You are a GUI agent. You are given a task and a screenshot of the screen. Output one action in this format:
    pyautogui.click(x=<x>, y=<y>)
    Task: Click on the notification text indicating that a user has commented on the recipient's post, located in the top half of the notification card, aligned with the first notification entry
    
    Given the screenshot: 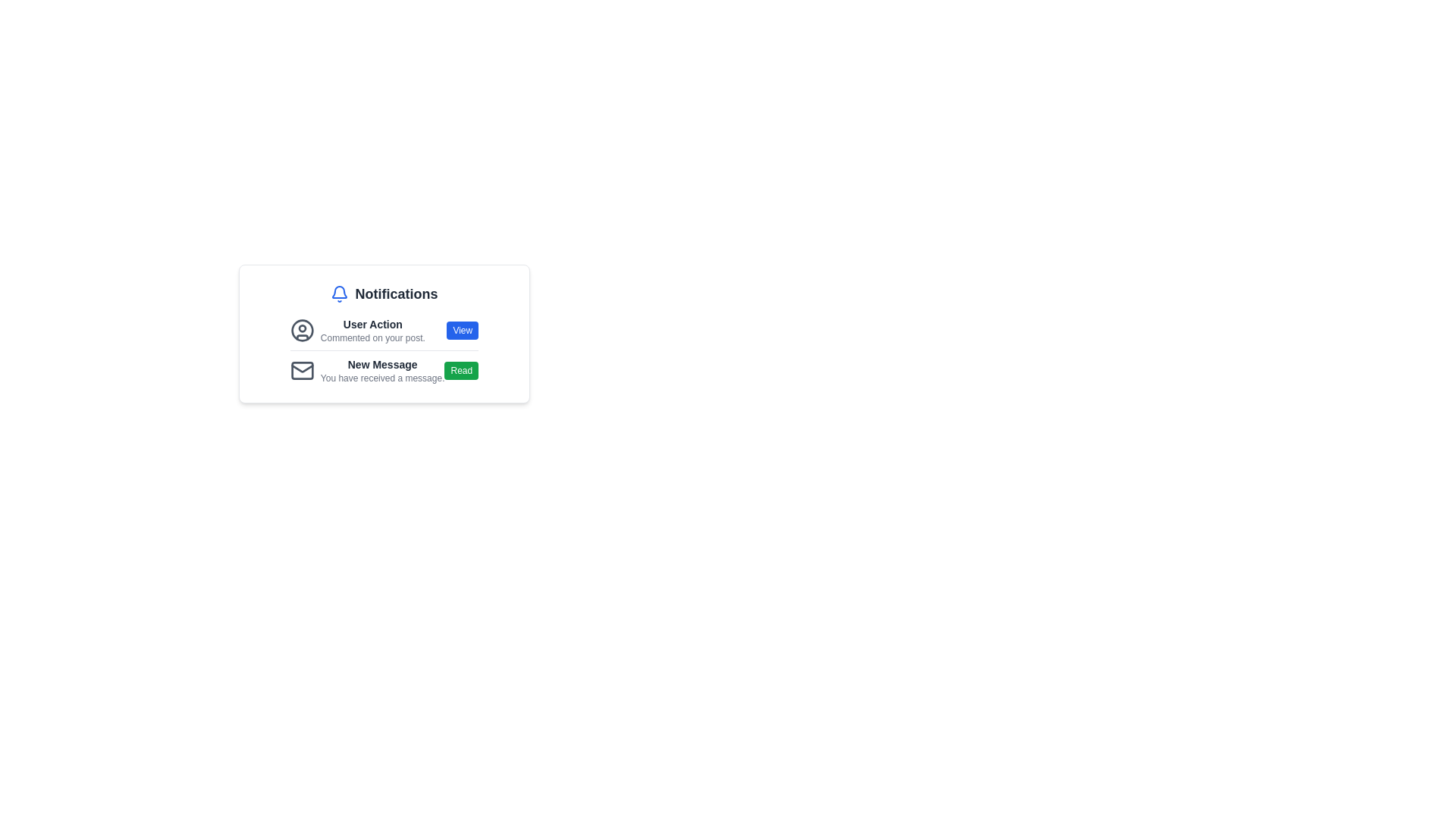 What is the action you would take?
    pyautogui.click(x=356, y=329)
    